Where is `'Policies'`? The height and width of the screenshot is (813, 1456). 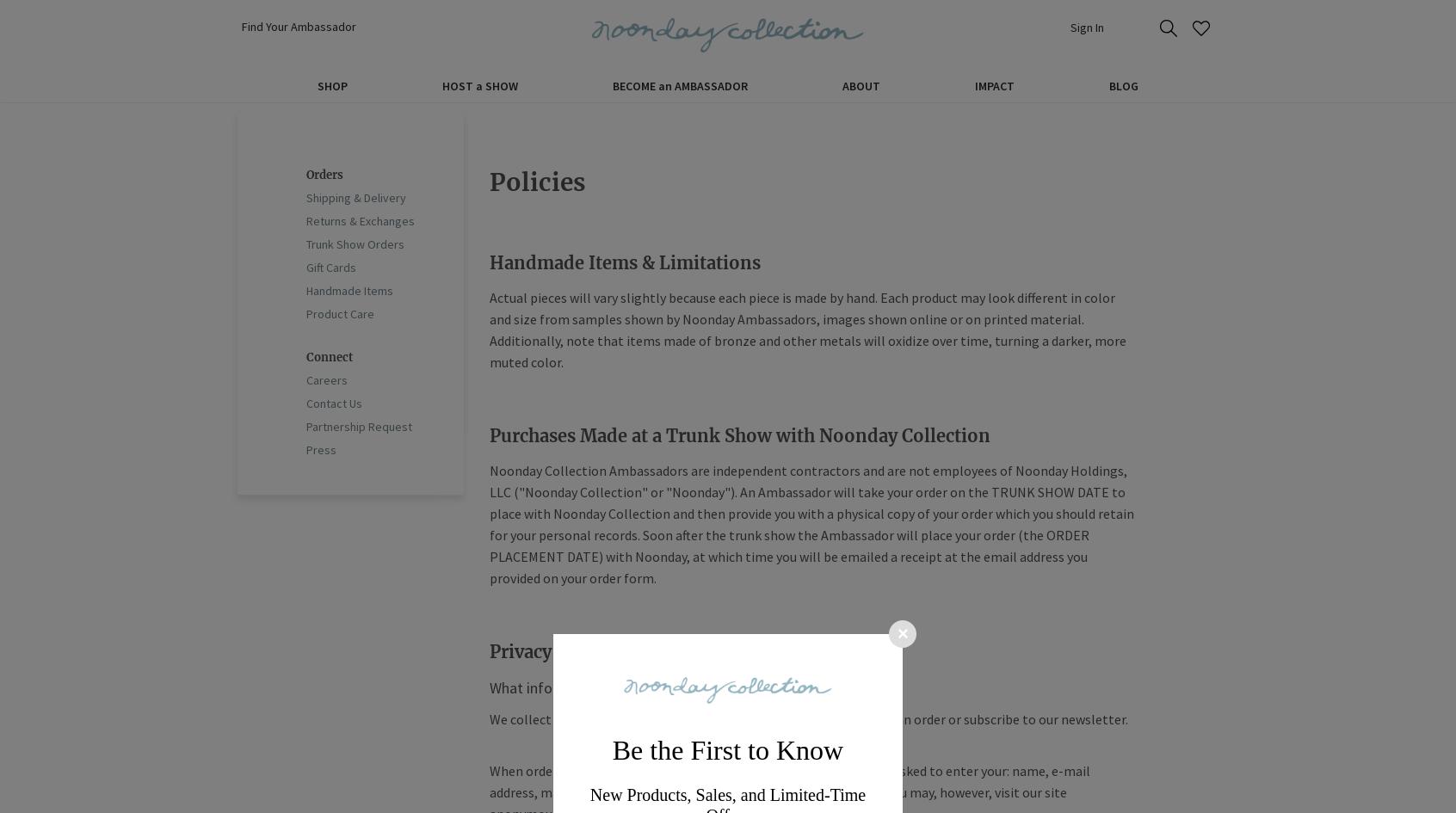 'Policies' is located at coordinates (536, 181).